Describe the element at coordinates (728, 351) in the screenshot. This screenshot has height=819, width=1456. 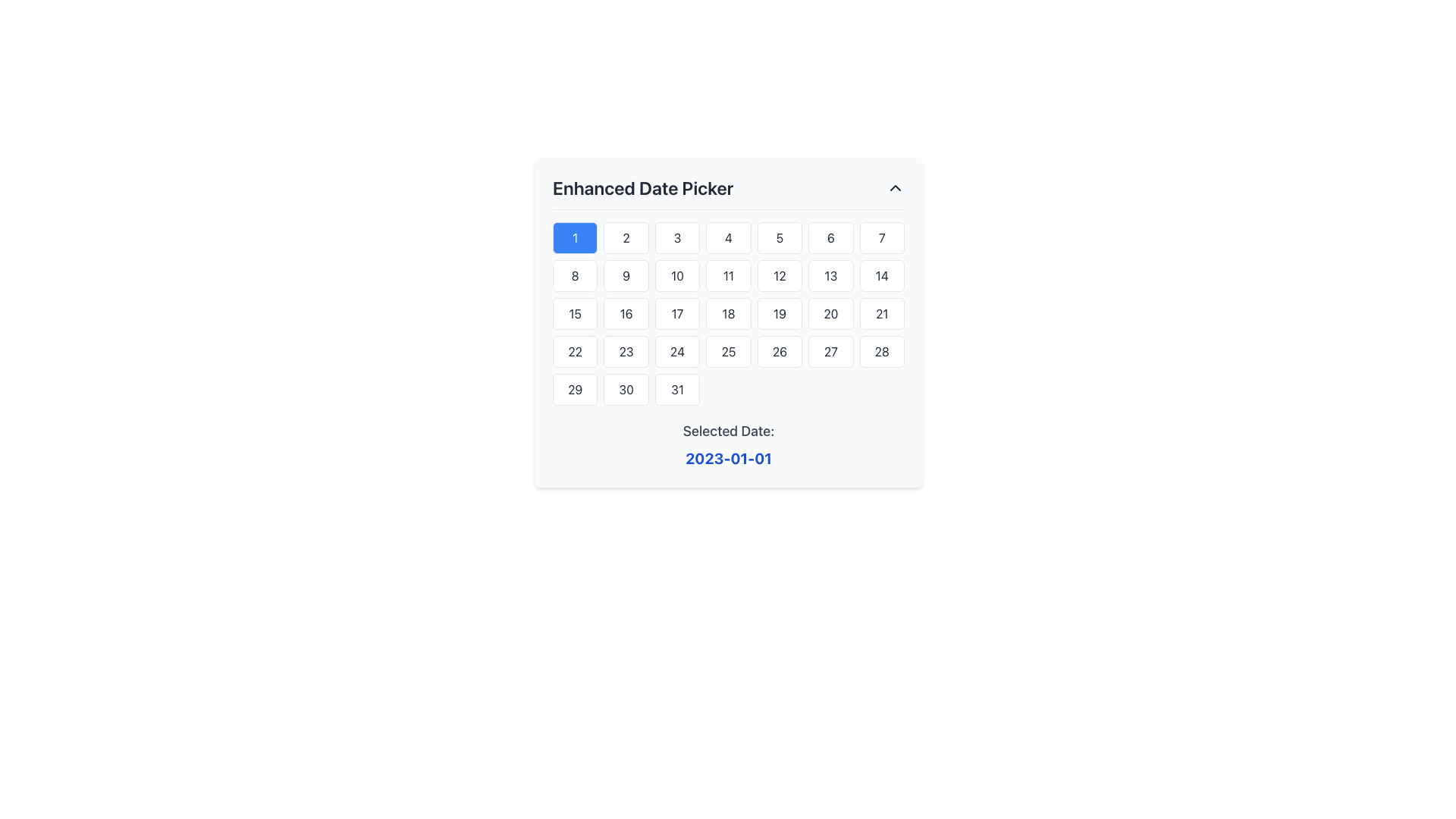
I see `the button displaying the number '25'` at that location.